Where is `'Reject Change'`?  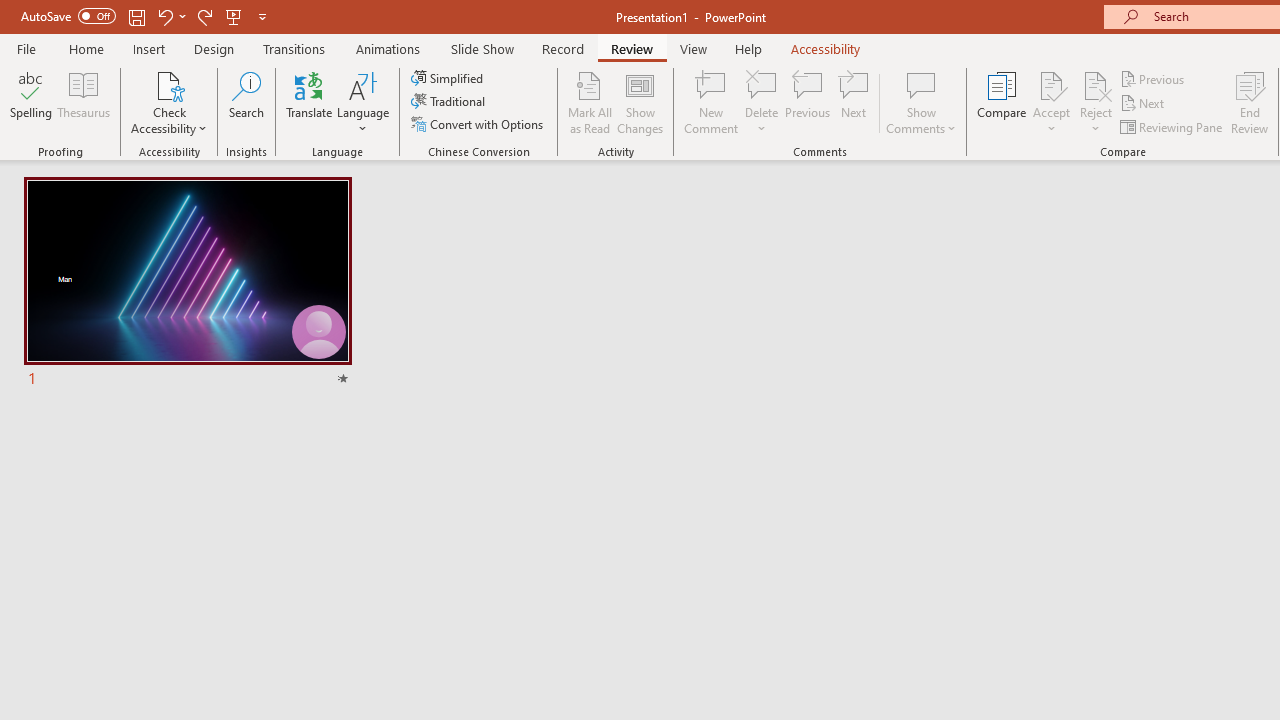
'Reject Change' is located at coordinates (1095, 84).